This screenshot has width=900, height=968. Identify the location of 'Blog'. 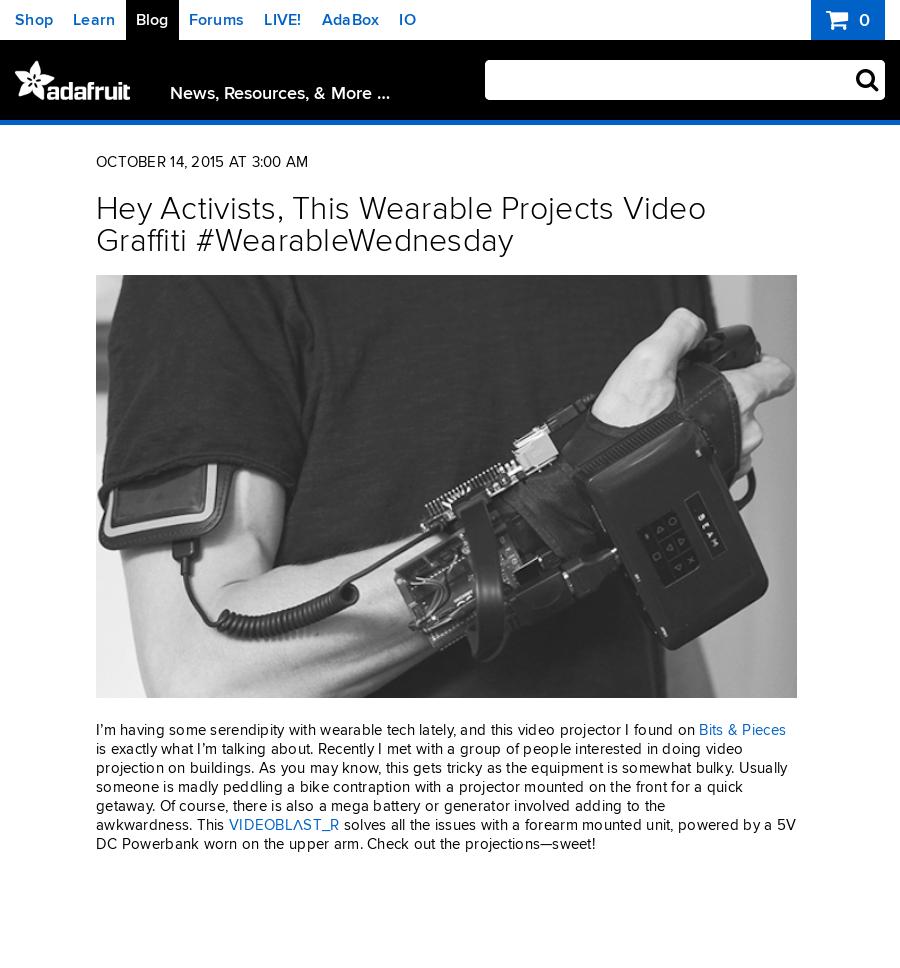
(151, 19).